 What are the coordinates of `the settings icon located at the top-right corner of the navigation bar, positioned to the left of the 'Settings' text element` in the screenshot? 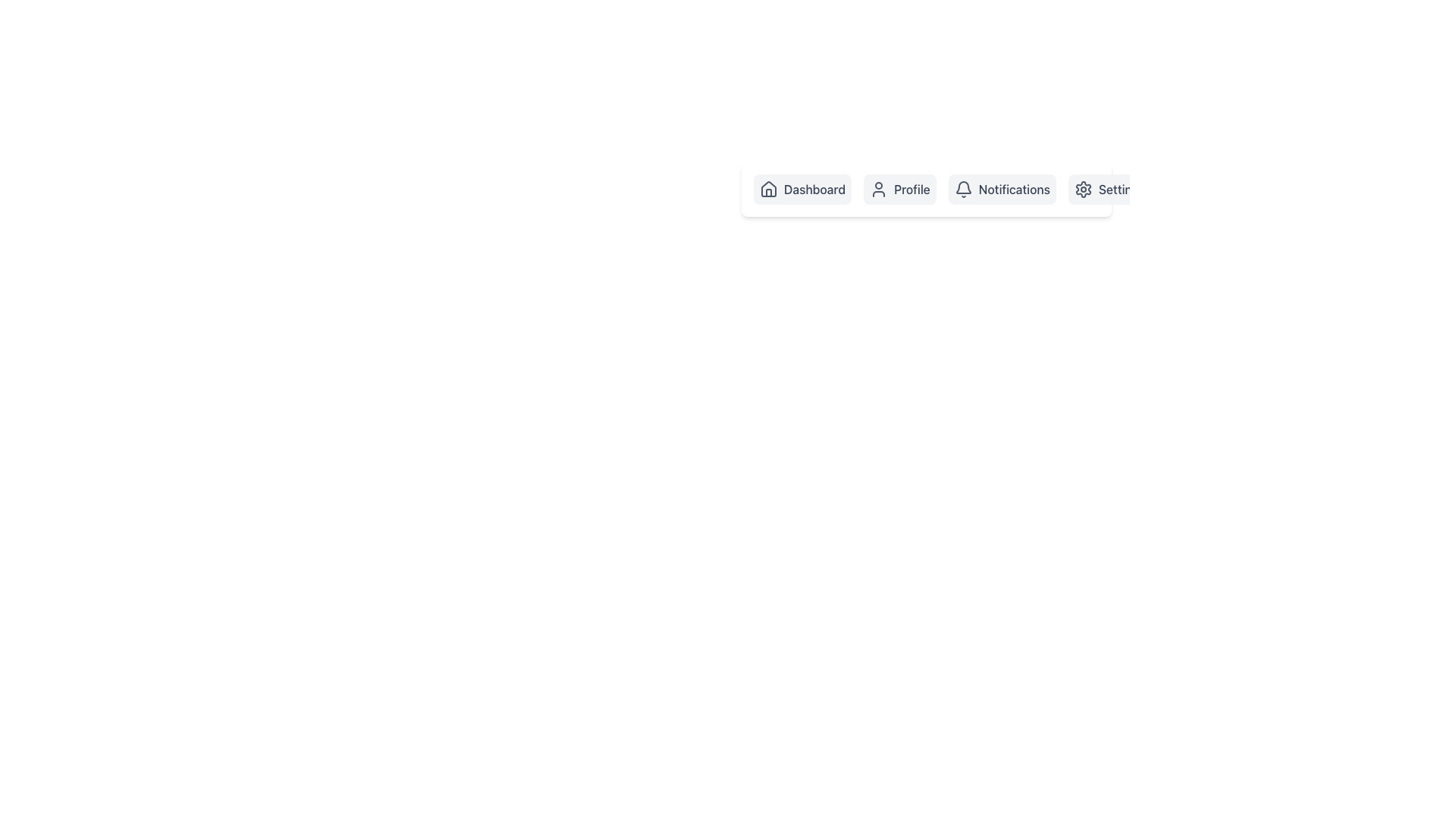 It's located at (1082, 189).